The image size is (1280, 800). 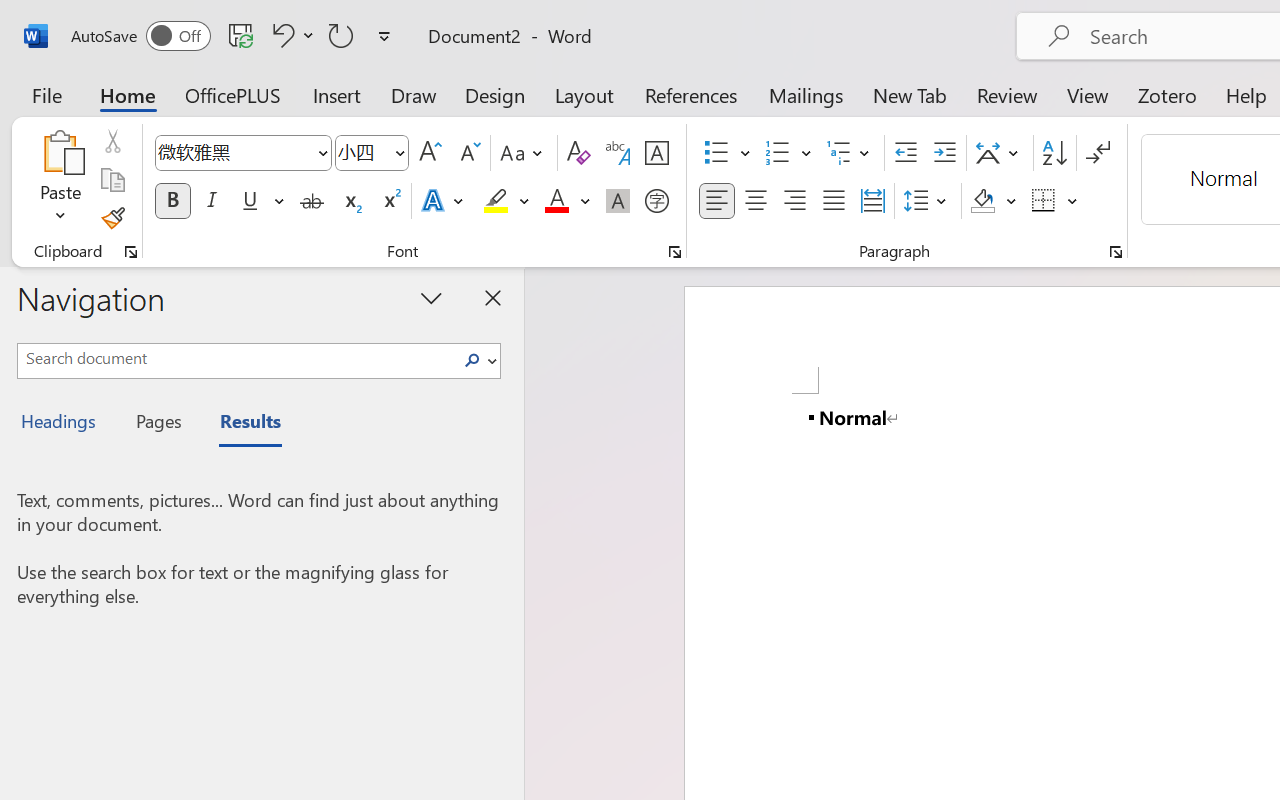 I want to click on 'Results', so click(x=240, y=424).